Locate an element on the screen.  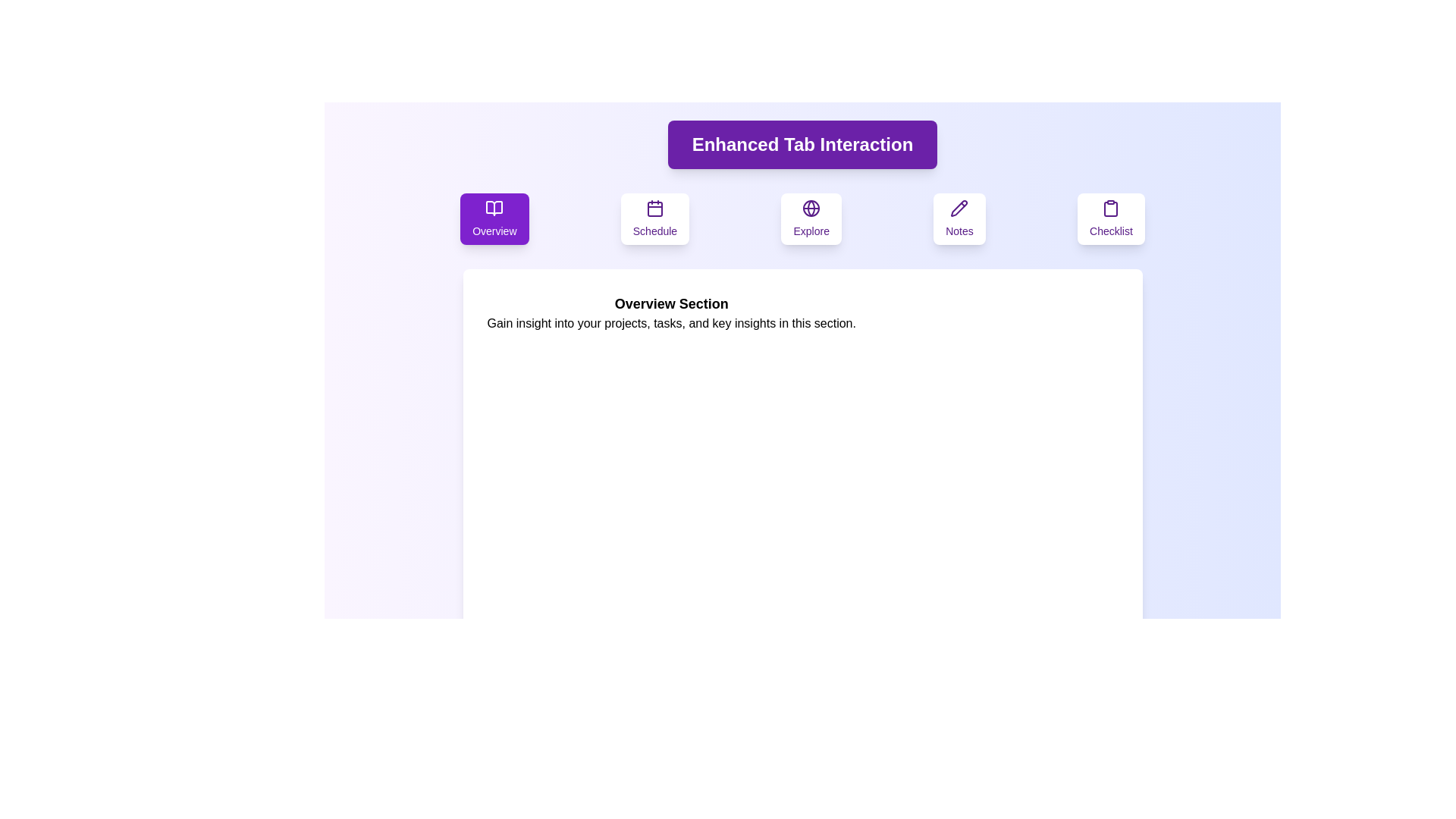
the 'Explore' section of the Navigation Tab, which is highlighted and located third from the left is located at coordinates (802, 219).